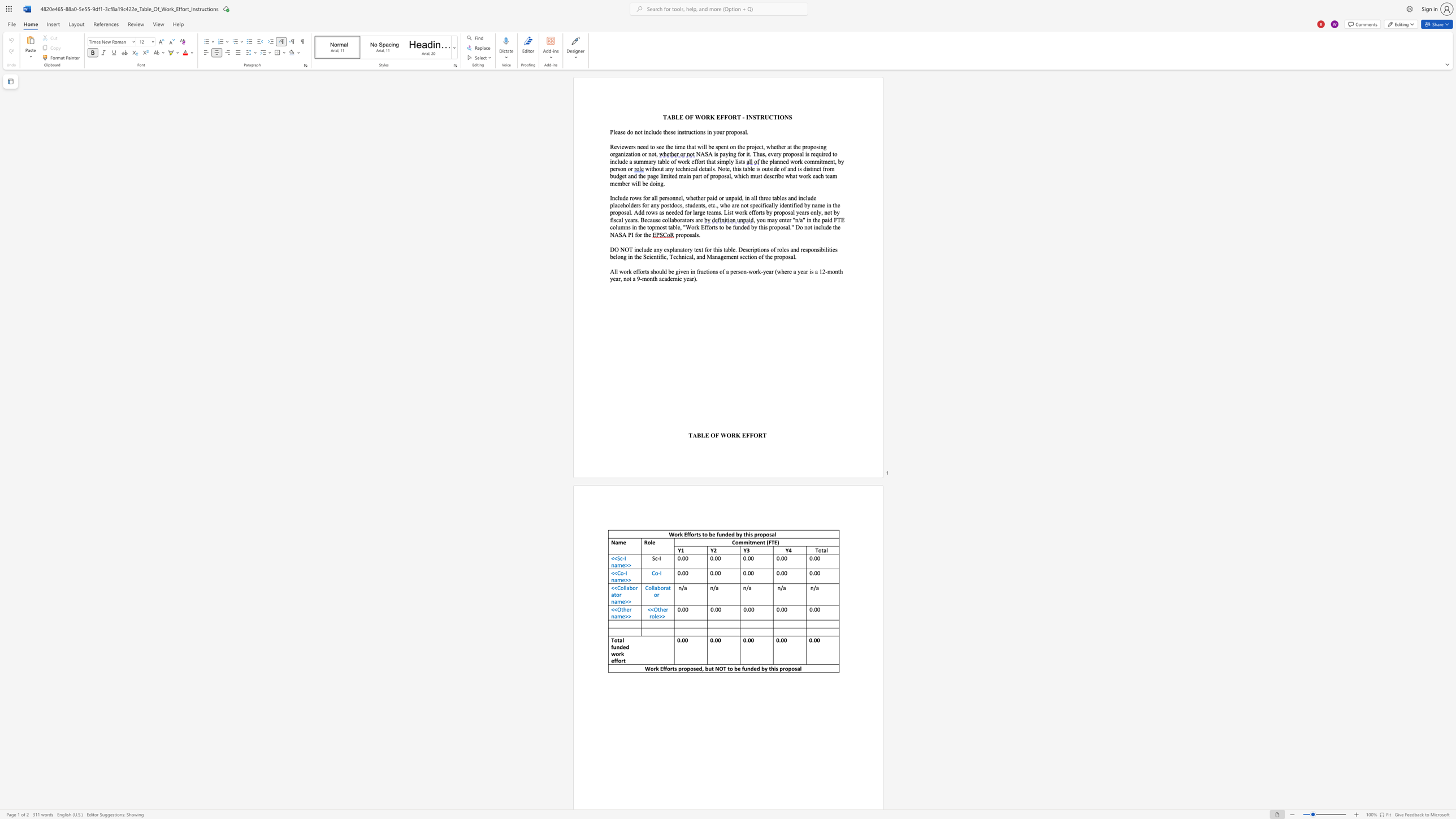 The image size is (1456, 819). I want to click on the subset text "on" within the text "the planned work commitment, by person or", so click(619, 169).